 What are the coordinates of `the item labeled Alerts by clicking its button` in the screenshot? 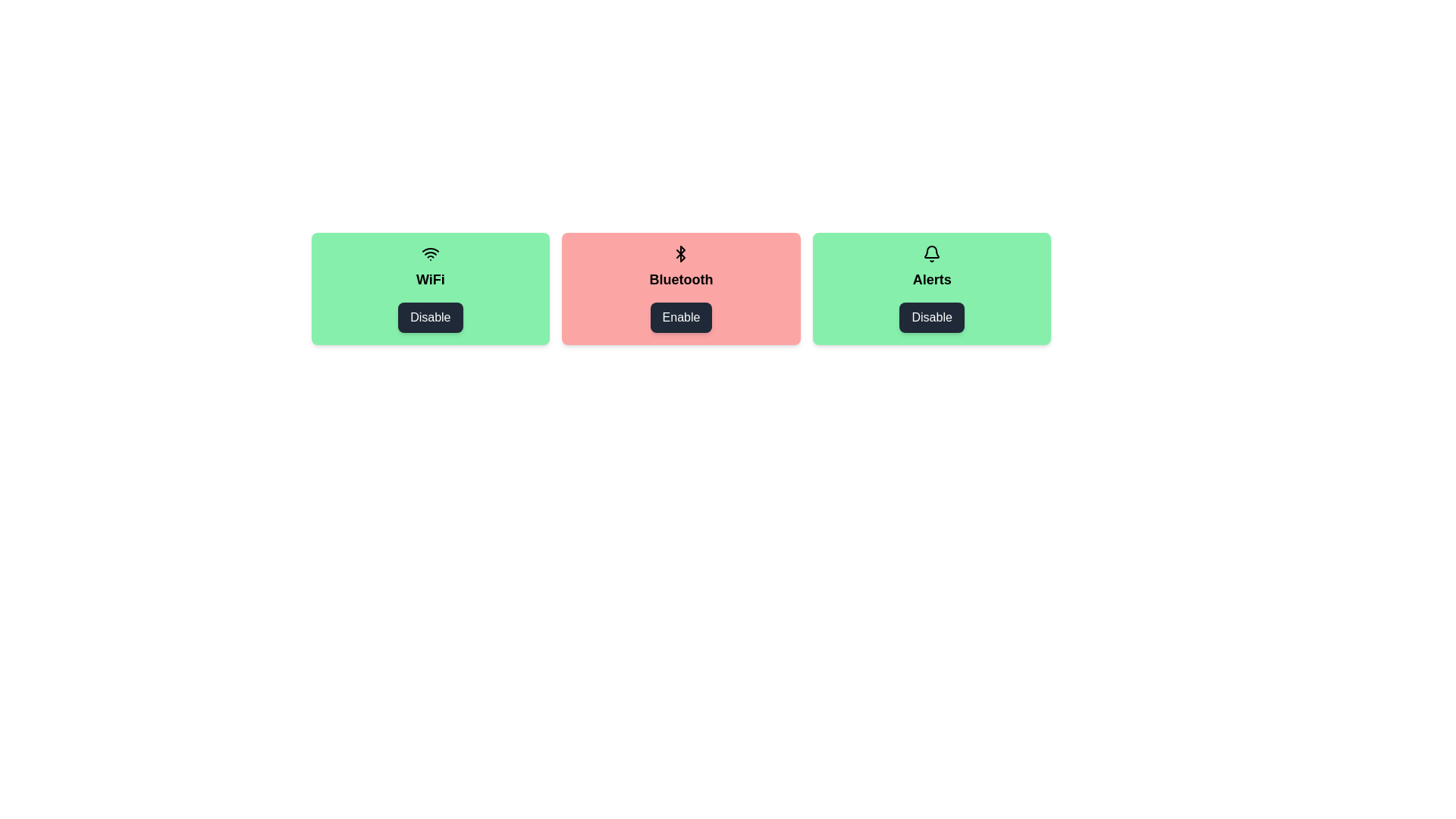 It's located at (931, 317).